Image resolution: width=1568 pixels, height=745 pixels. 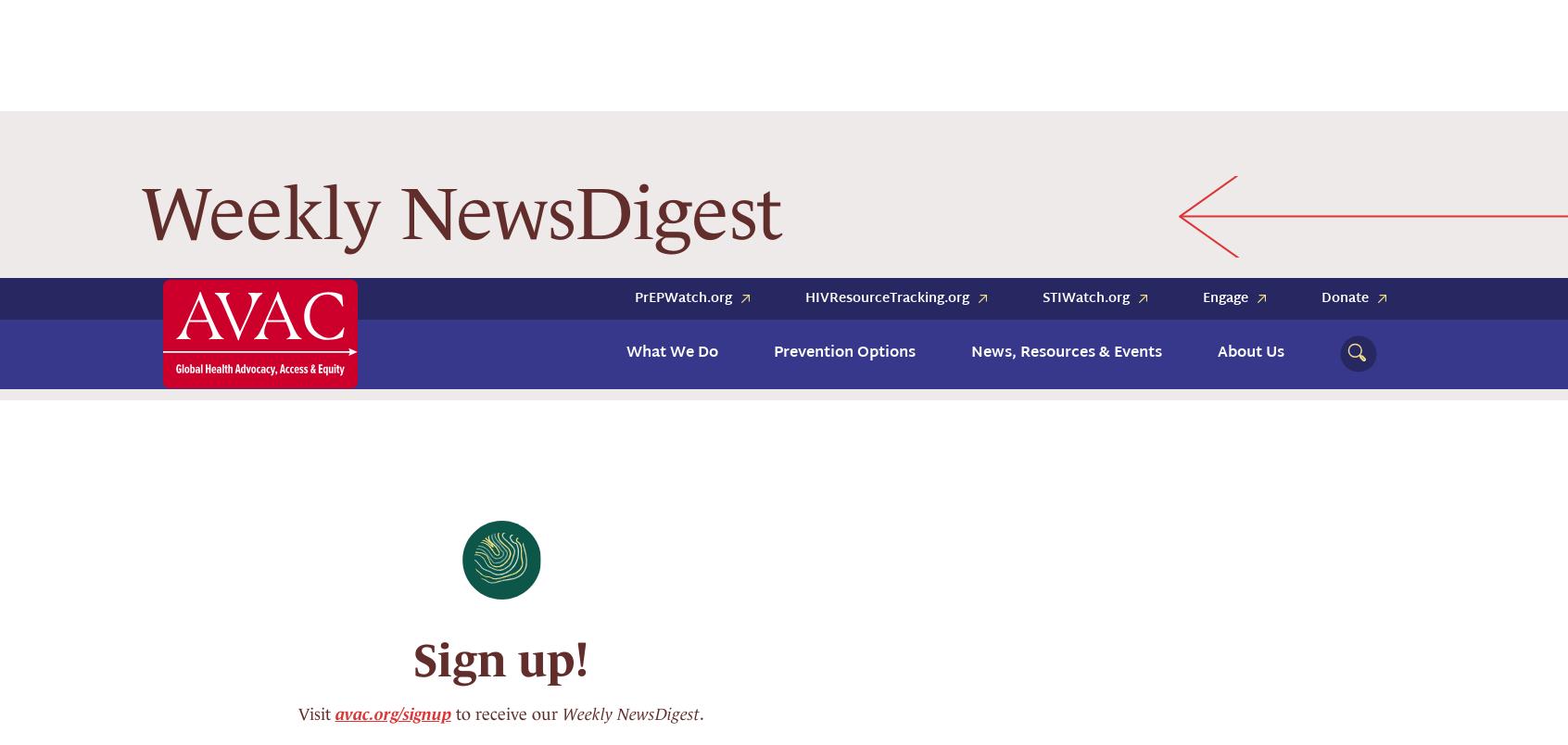 What do you see at coordinates (630, 380) in the screenshot?
I see `'Weekly NewsDigest'` at bounding box center [630, 380].